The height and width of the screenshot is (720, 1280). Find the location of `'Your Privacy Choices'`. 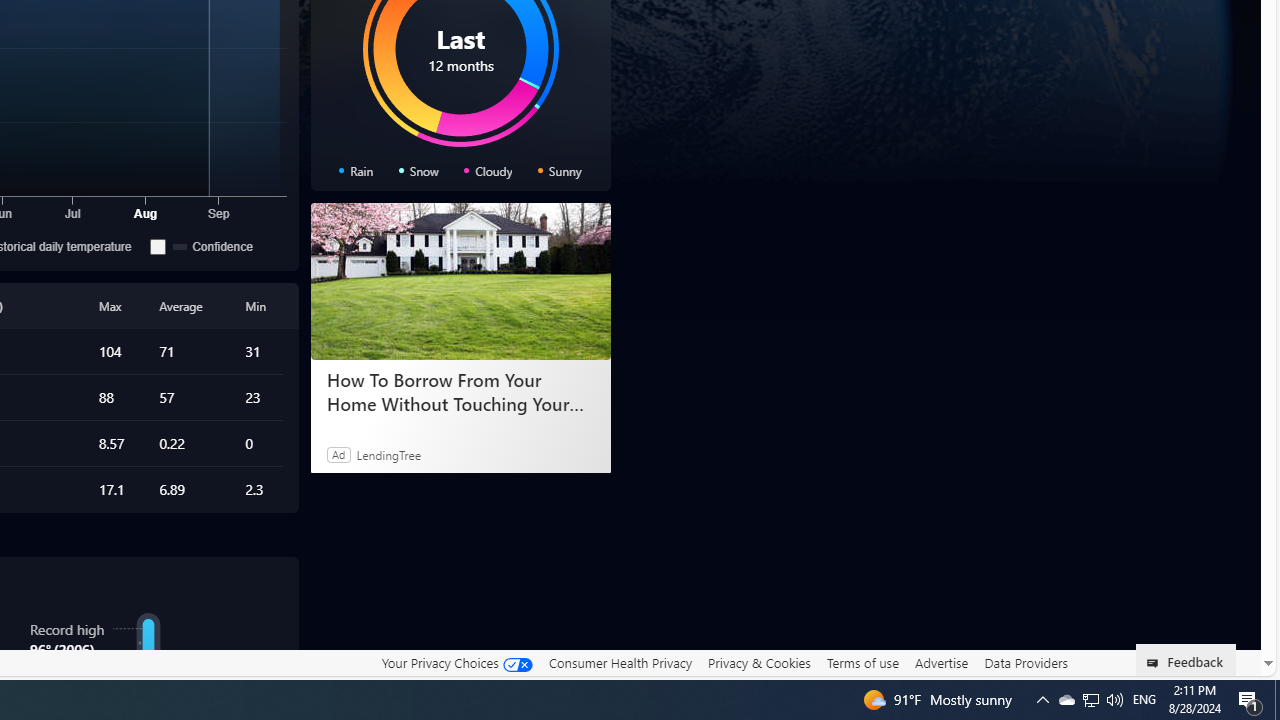

'Your Privacy Choices' is located at coordinates (455, 662).